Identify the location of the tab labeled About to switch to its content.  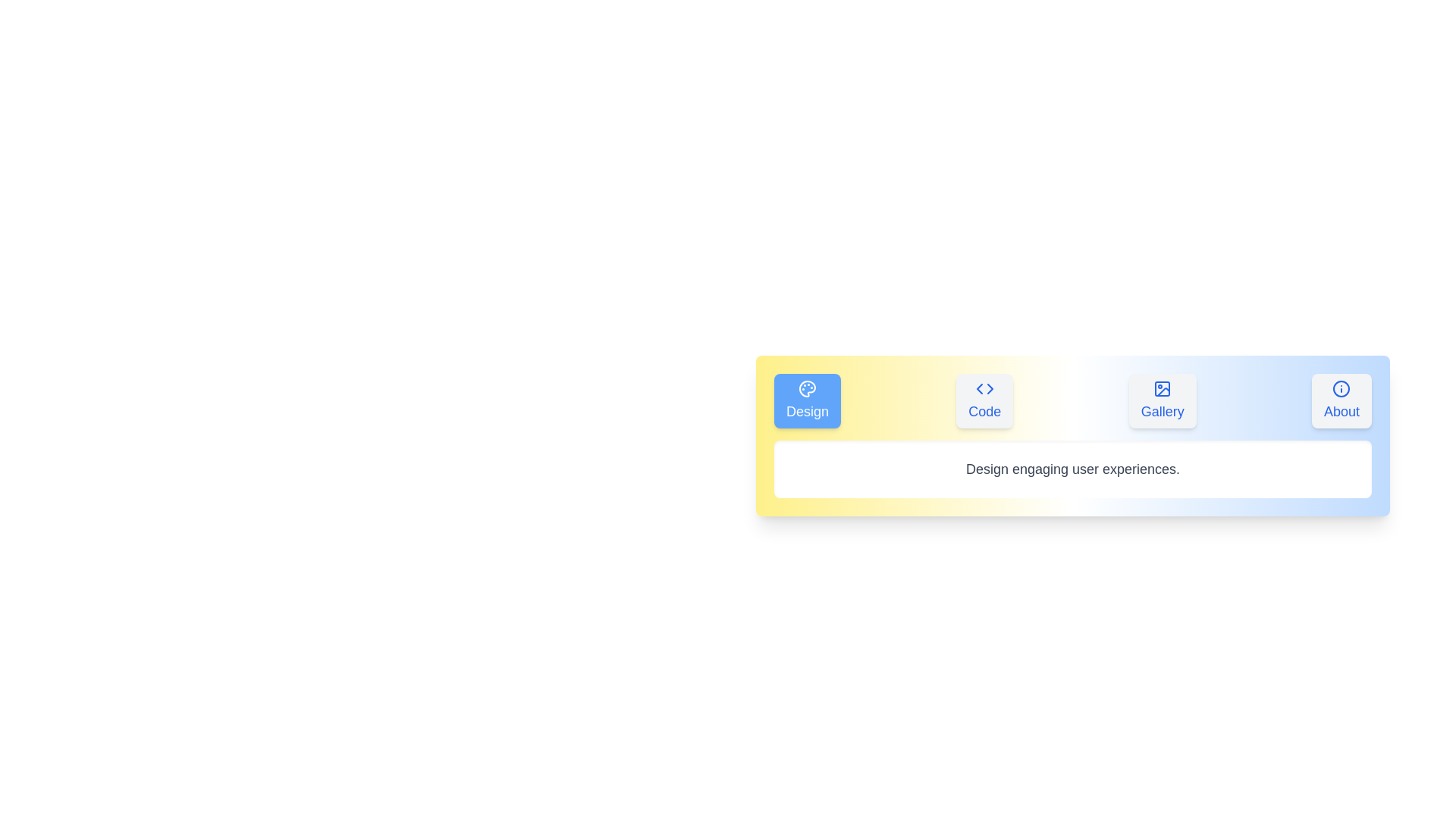
(1341, 400).